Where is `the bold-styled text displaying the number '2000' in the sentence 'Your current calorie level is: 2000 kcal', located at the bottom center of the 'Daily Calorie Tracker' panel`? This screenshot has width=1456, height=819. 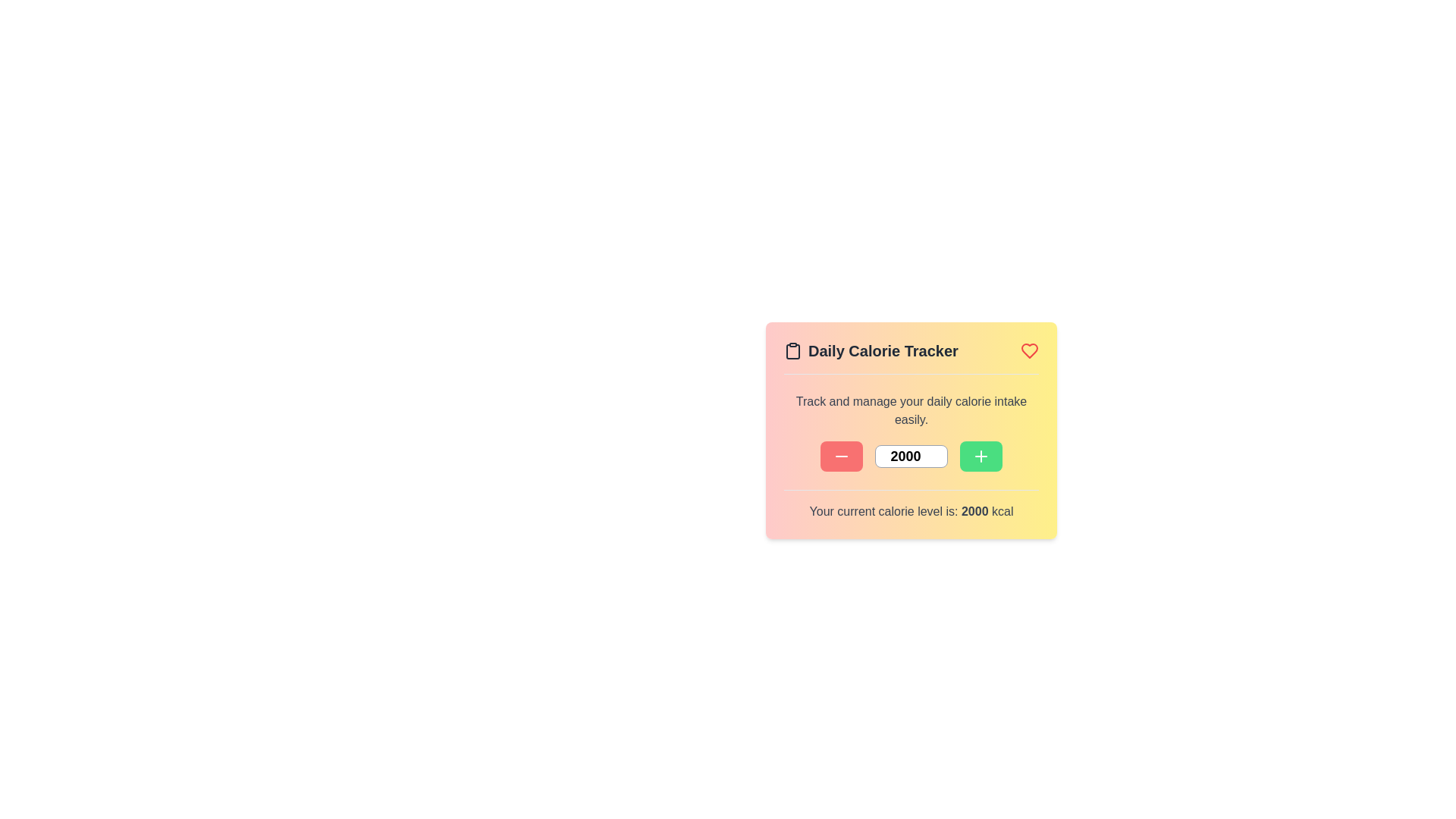 the bold-styled text displaying the number '2000' in the sentence 'Your current calorie level is: 2000 kcal', located at the bottom center of the 'Daily Calorie Tracker' panel is located at coordinates (974, 511).